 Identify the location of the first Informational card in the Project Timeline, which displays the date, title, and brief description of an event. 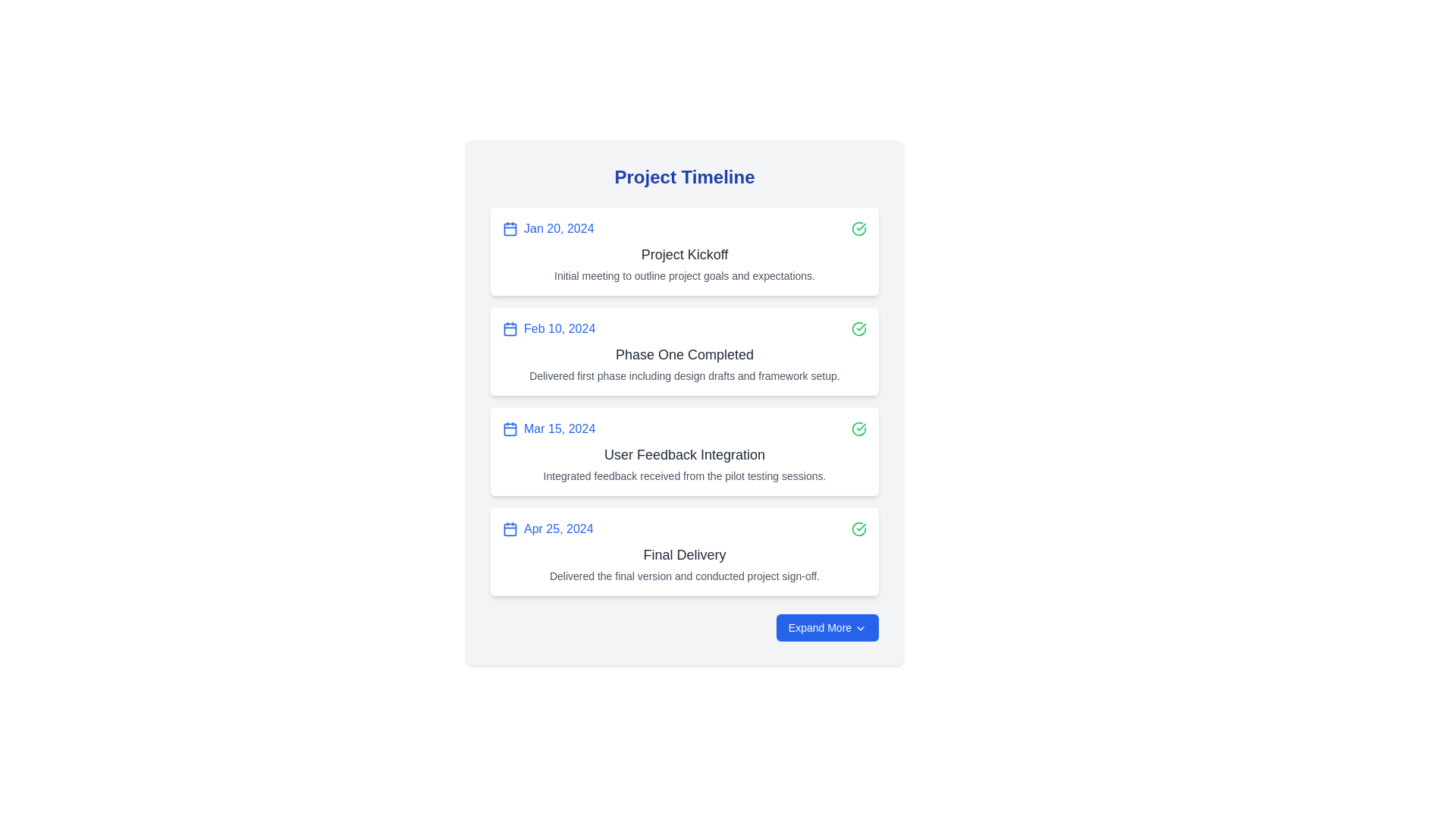
(683, 250).